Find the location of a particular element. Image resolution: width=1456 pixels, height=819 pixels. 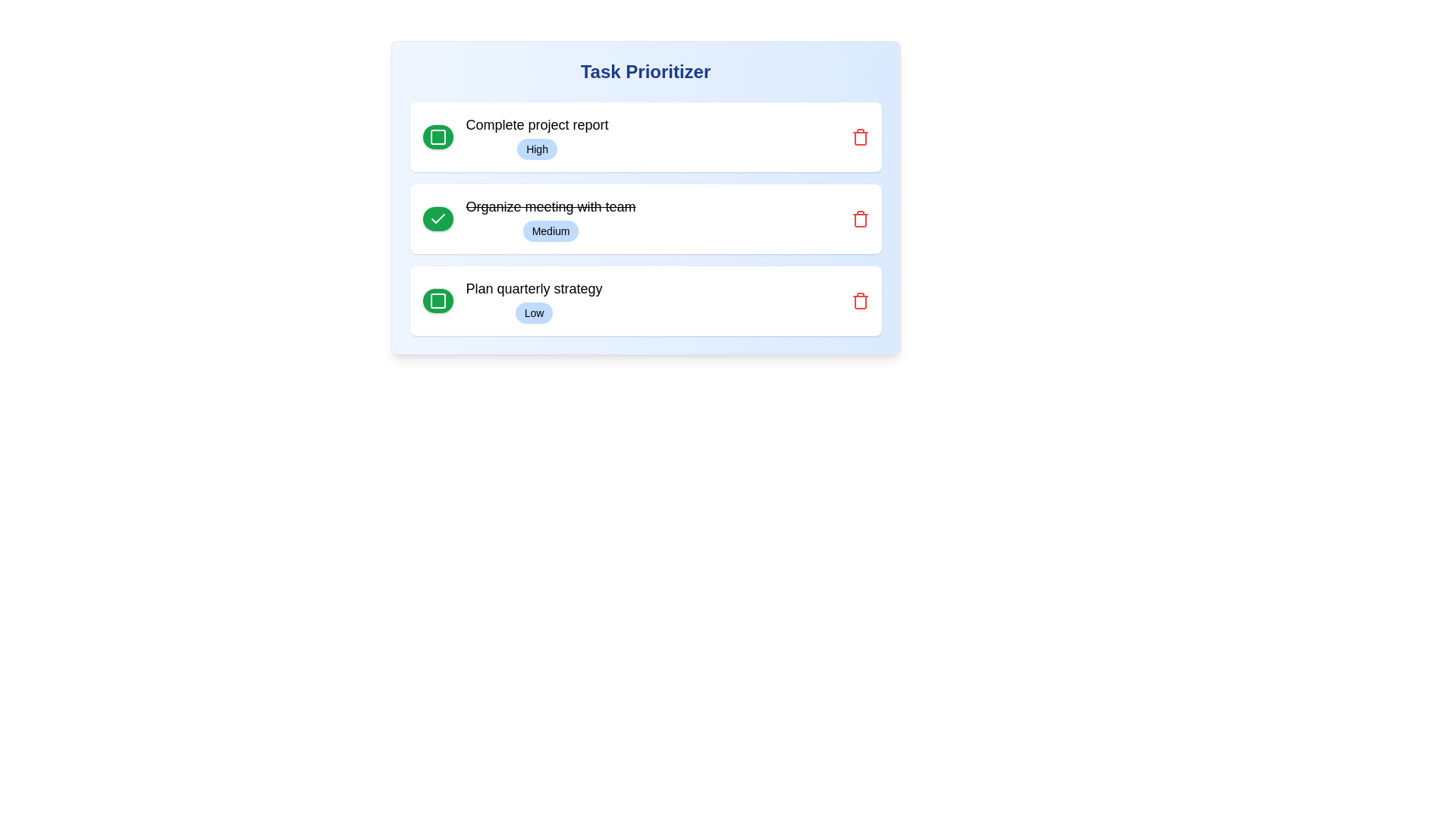

the green circular button with a white checkmark icon is located at coordinates (437, 219).